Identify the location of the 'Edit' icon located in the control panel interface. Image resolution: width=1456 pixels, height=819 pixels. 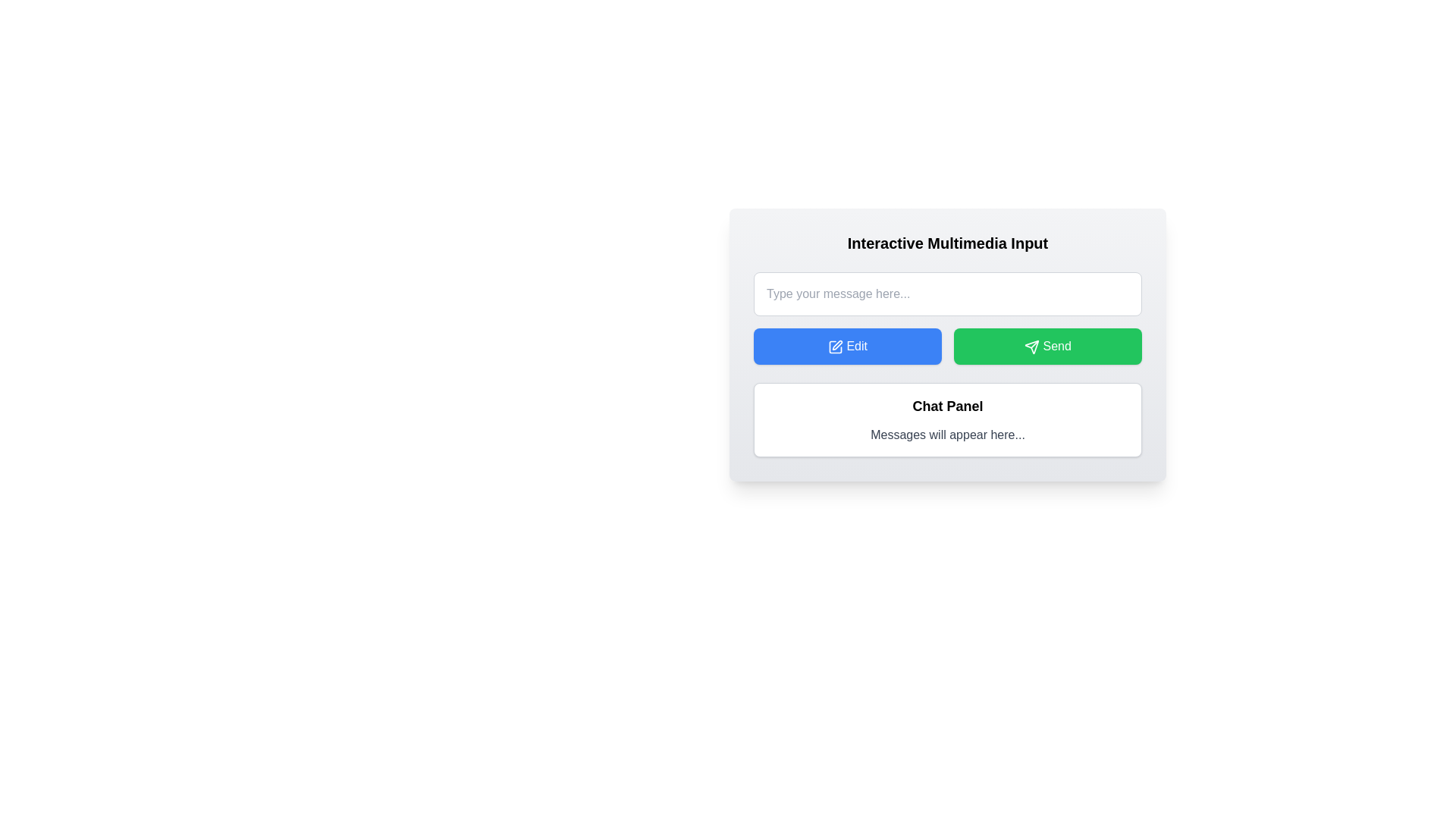
(834, 347).